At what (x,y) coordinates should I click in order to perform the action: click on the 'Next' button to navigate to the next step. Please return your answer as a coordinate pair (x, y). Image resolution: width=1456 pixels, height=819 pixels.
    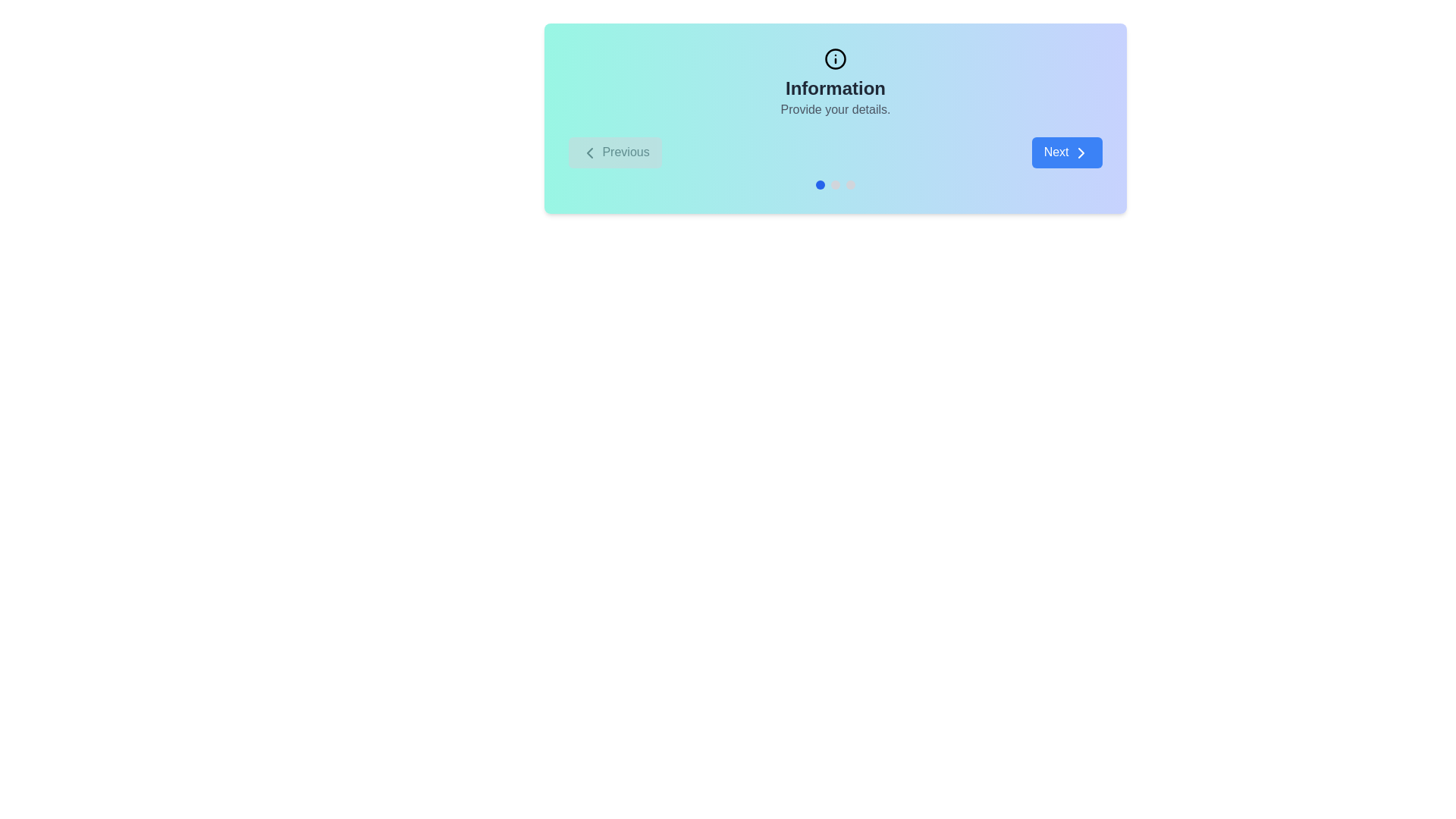
    Looking at the image, I should click on (1065, 152).